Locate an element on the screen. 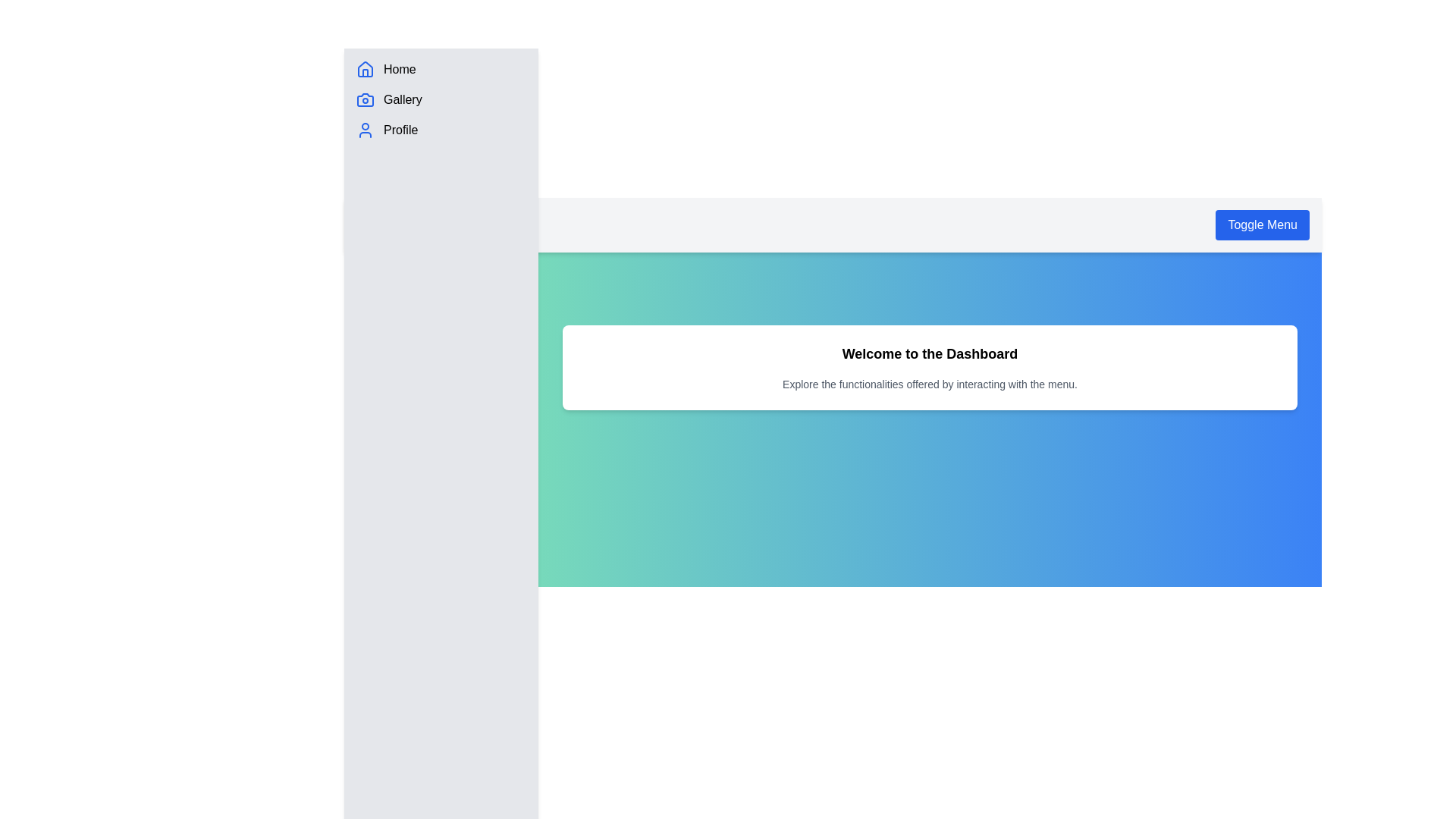 The width and height of the screenshot is (1456, 819). the middle menu item in the vertical menu is located at coordinates (440, 99).